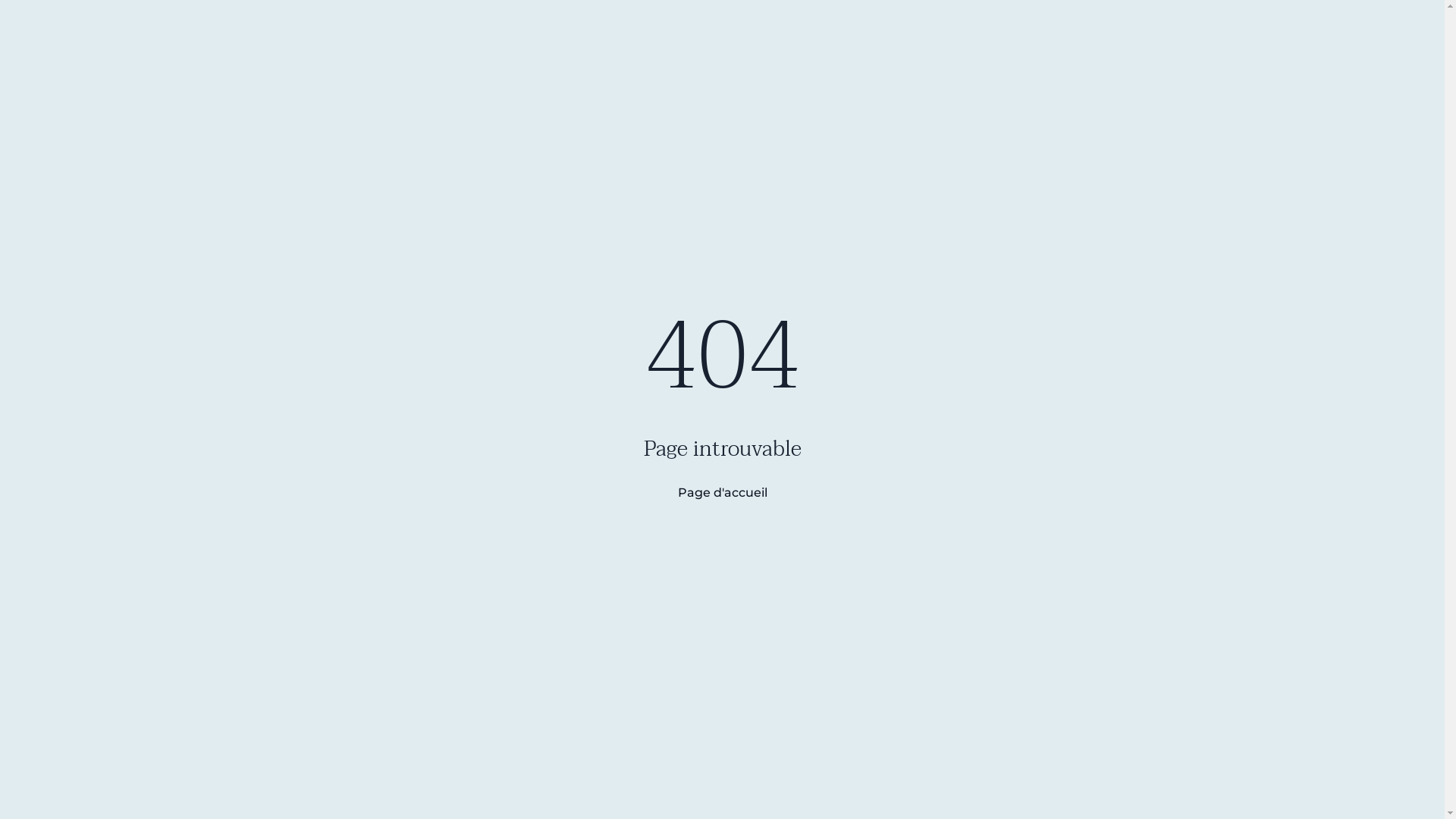 This screenshot has height=819, width=1456. Describe the element at coordinates (661, 493) in the screenshot. I see `'Page d'accueil'` at that location.